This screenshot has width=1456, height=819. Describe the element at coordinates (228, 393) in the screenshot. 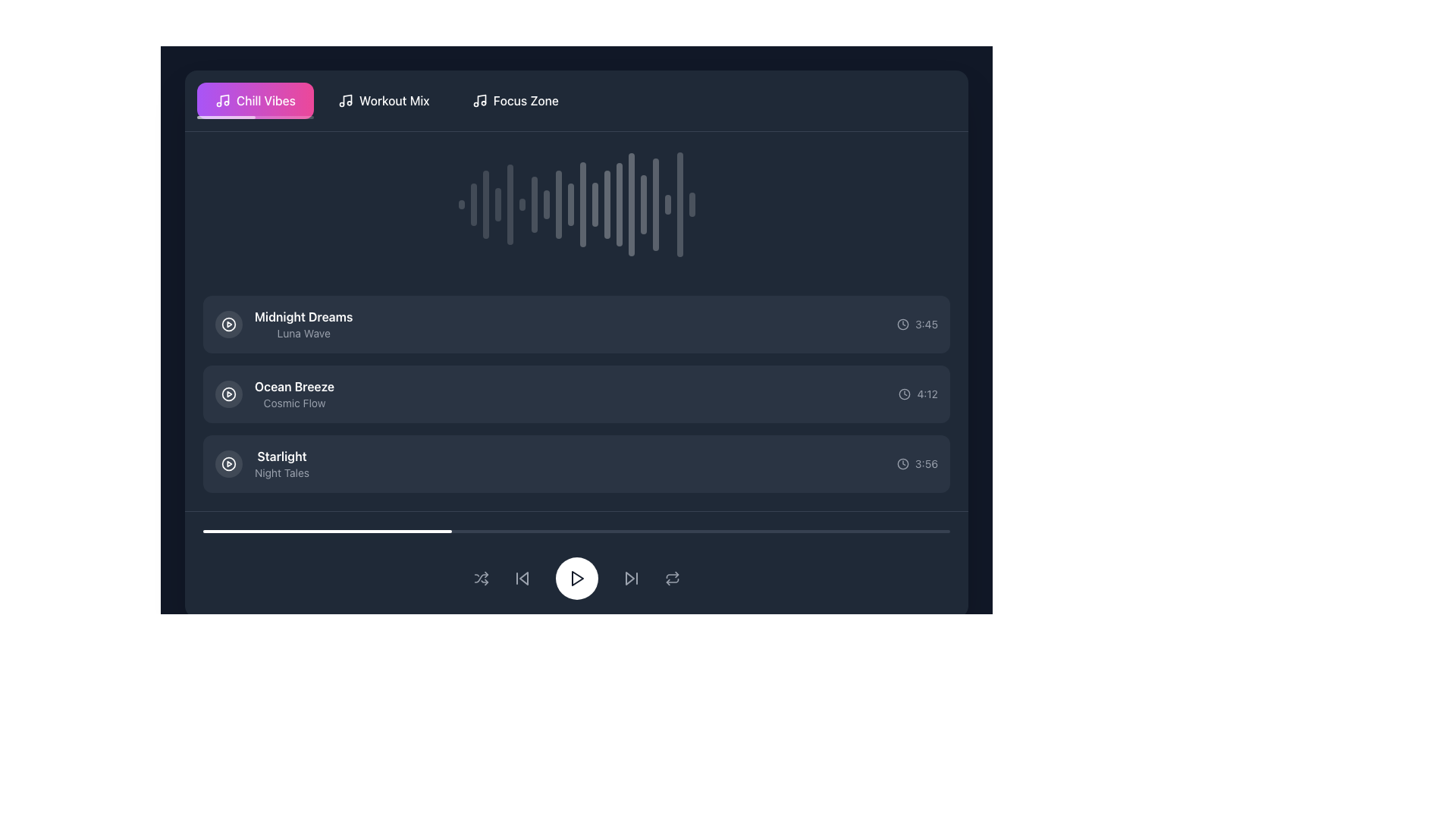

I see `the circular element representing play functionality located within the 'Ocean Breeze' music track in the middle-right region of the play button` at that location.